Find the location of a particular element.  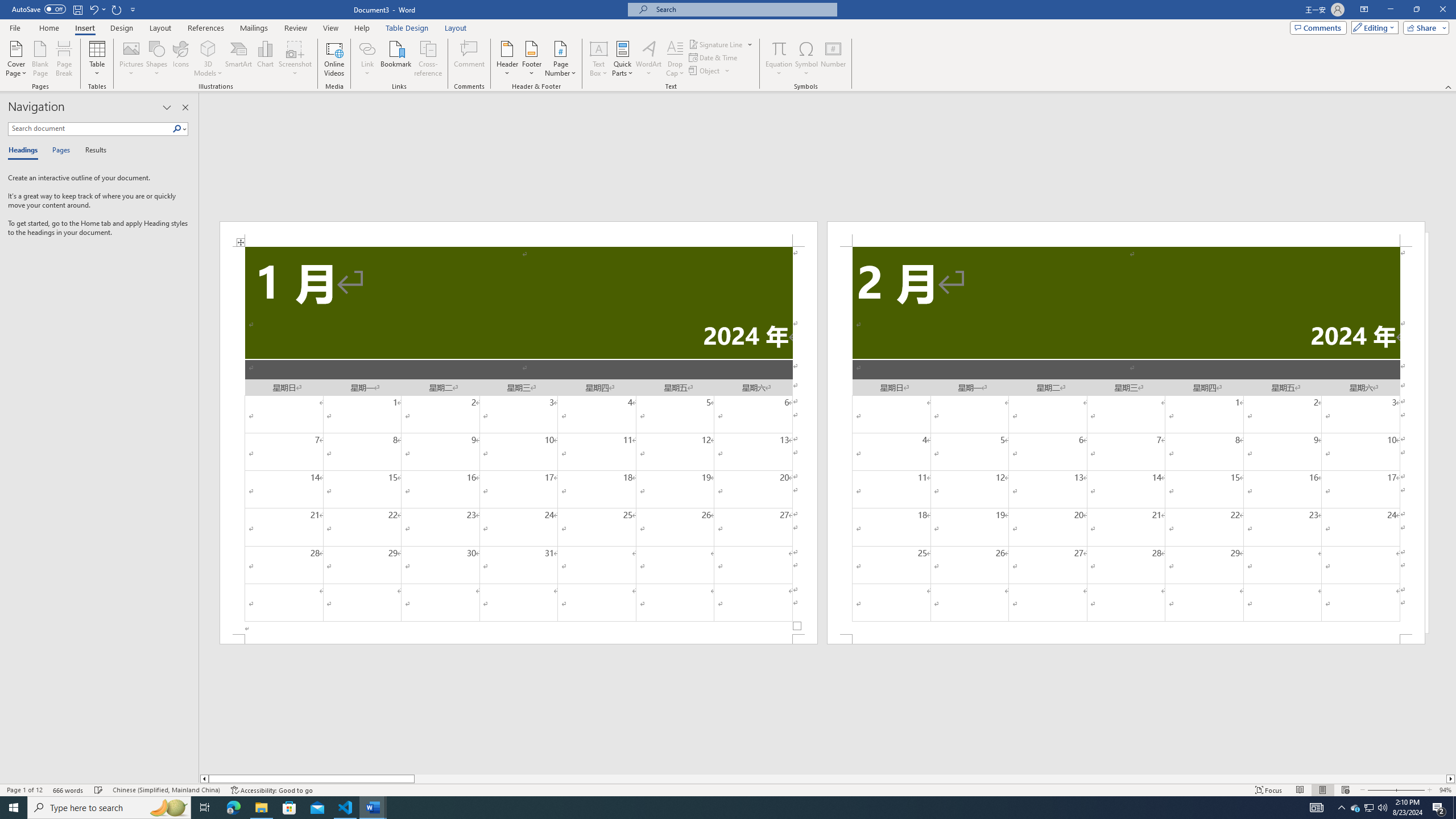

'Cross-reference...' is located at coordinates (428, 59).